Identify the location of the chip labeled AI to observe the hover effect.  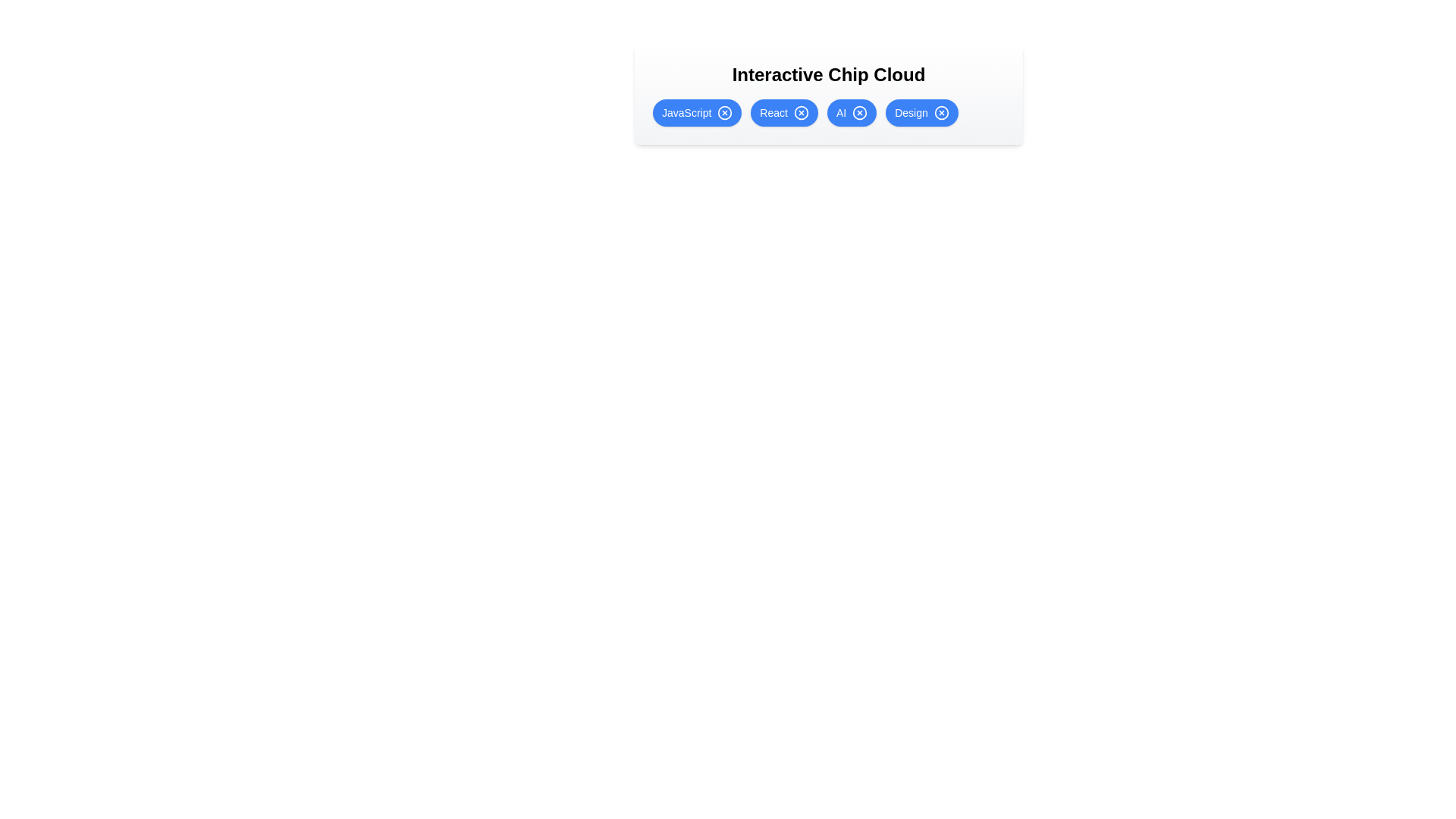
(852, 112).